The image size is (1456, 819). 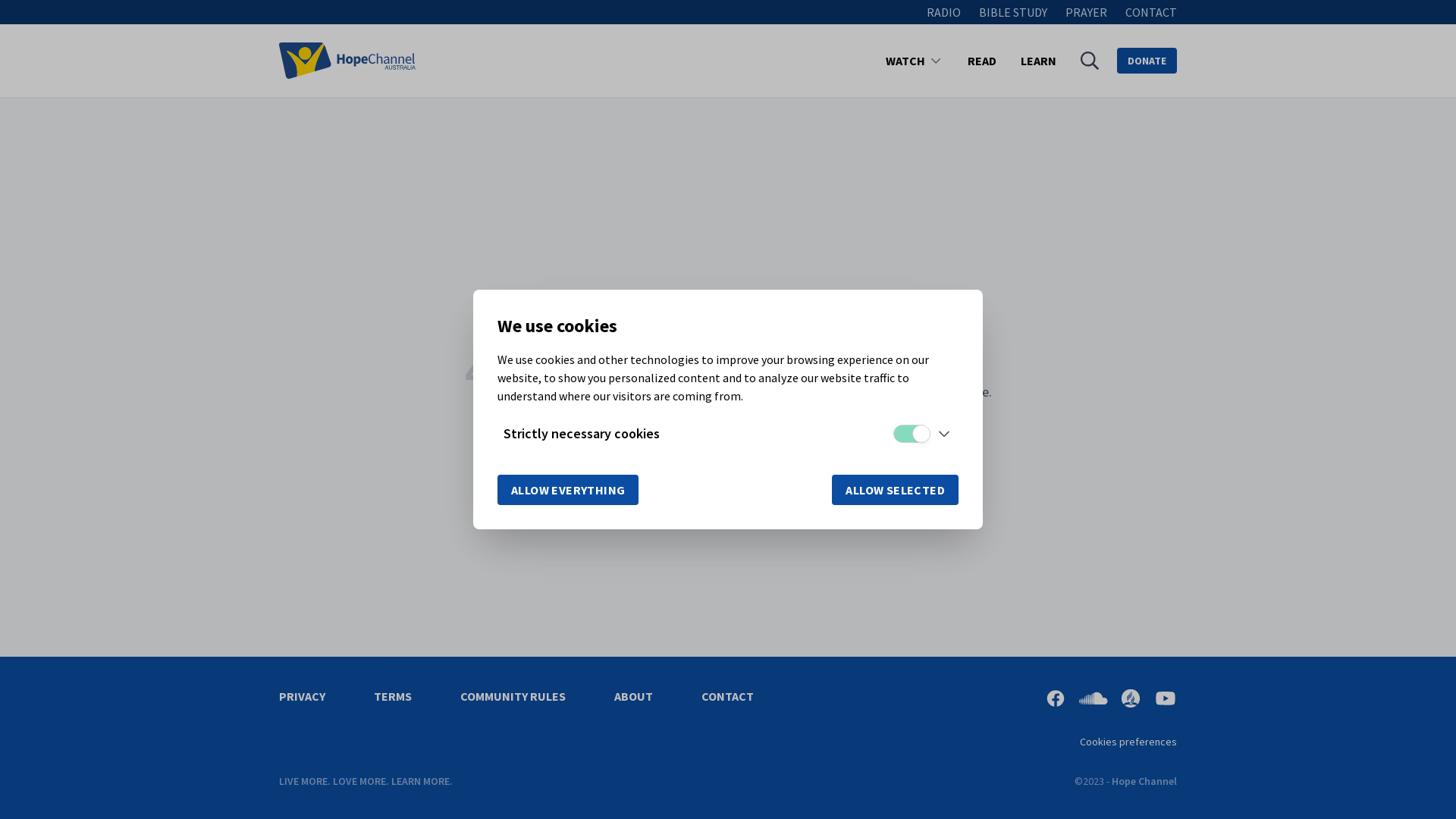 What do you see at coordinates (302, 696) in the screenshot?
I see `'PRIVACY'` at bounding box center [302, 696].